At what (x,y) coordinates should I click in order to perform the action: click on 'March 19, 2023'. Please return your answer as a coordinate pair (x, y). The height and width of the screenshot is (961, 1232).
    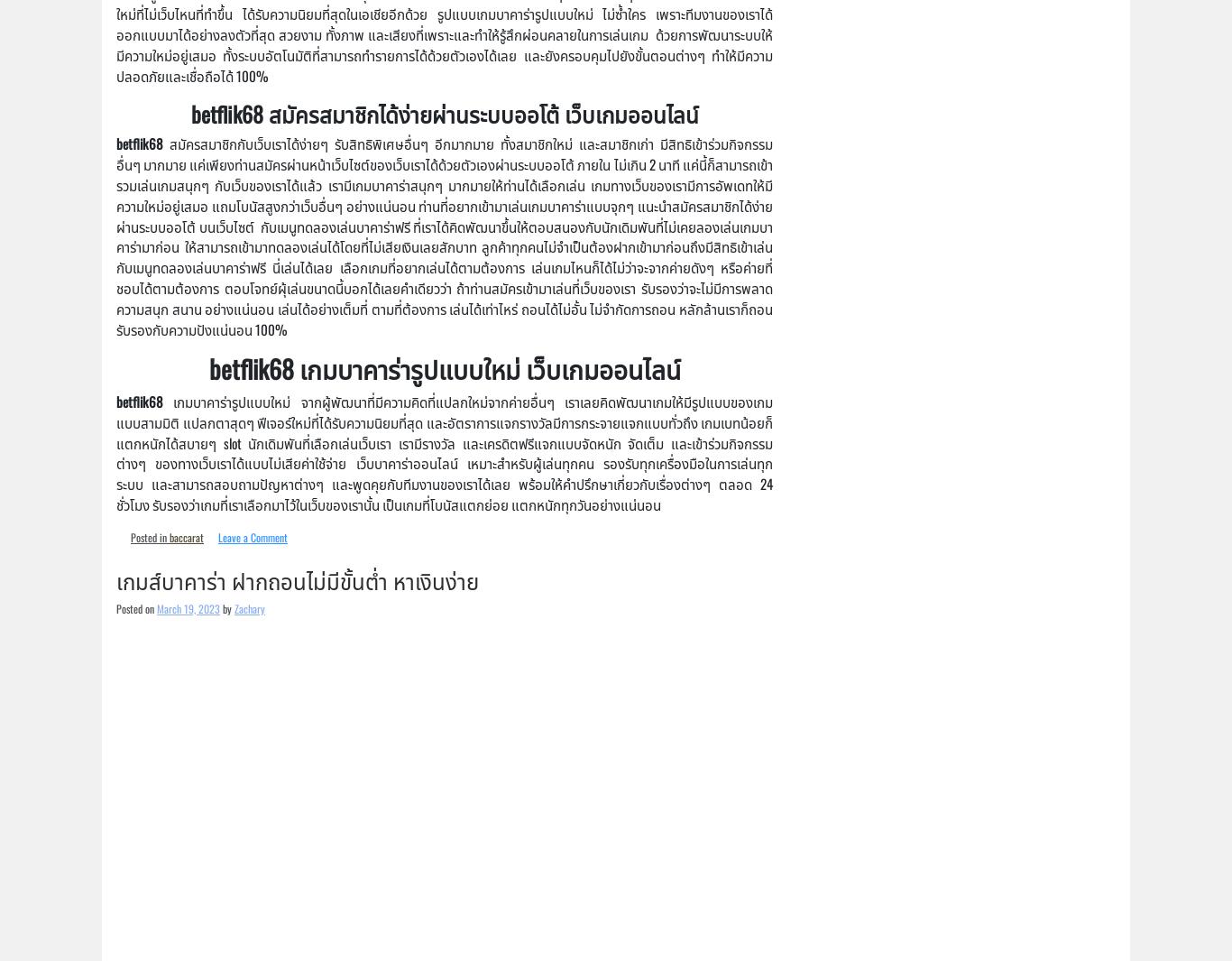
    Looking at the image, I should click on (187, 607).